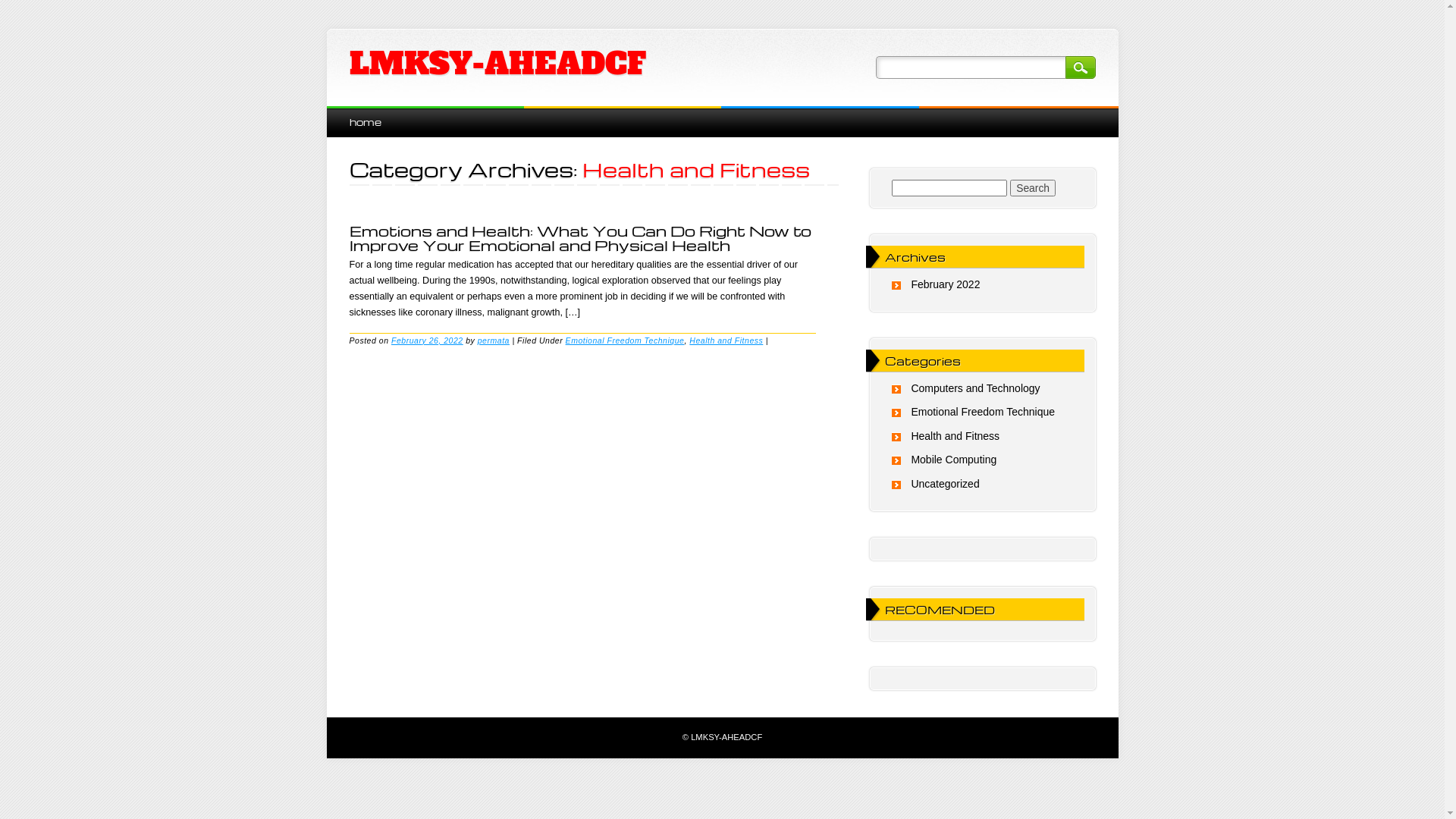  What do you see at coordinates (497, 63) in the screenshot?
I see `'LMKSY-AHEADCF'` at bounding box center [497, 63].